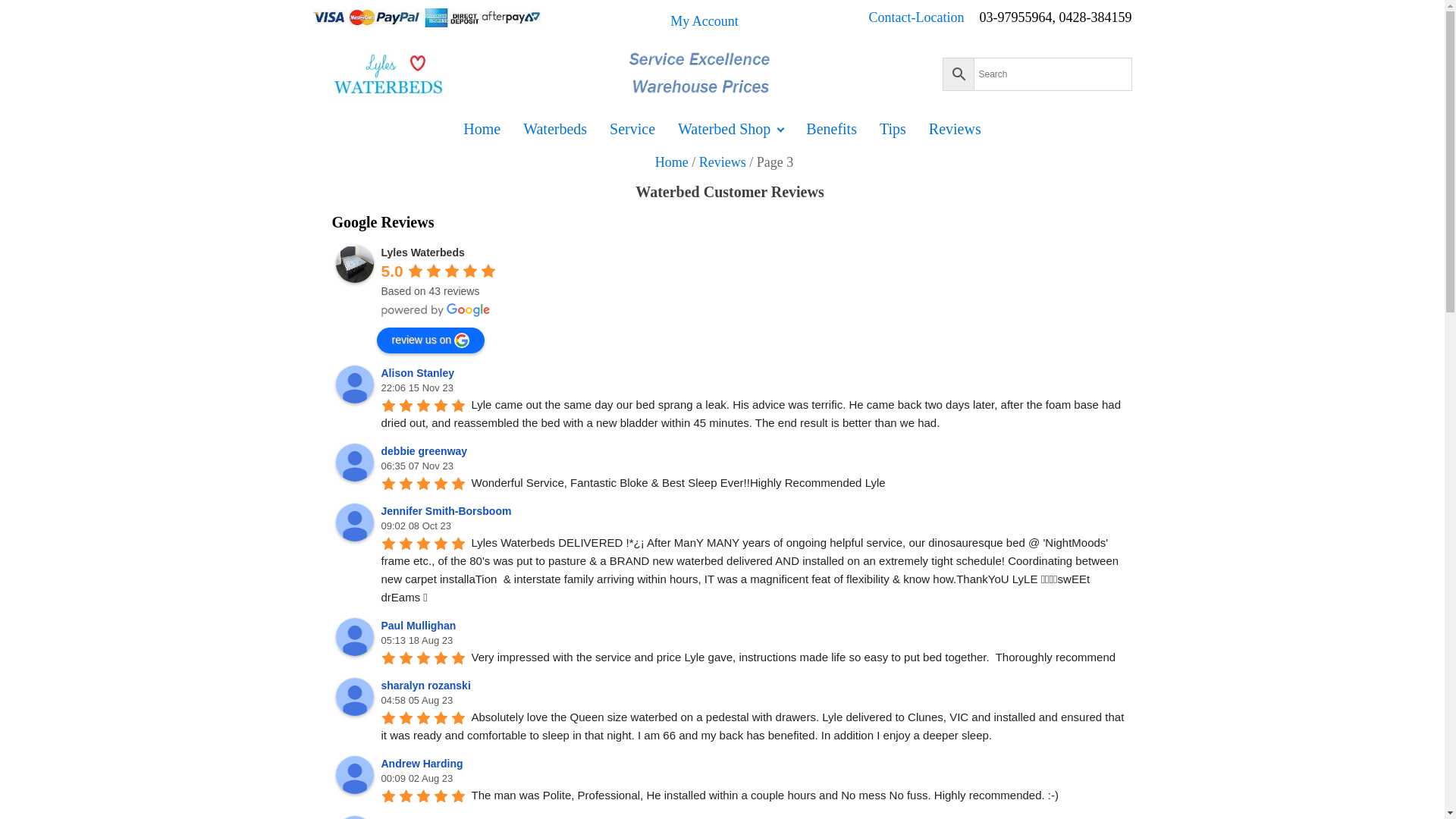  Describe the element at coordinates (419, 373) in the screenshot. I see `'Alison Stanley'` at that location.